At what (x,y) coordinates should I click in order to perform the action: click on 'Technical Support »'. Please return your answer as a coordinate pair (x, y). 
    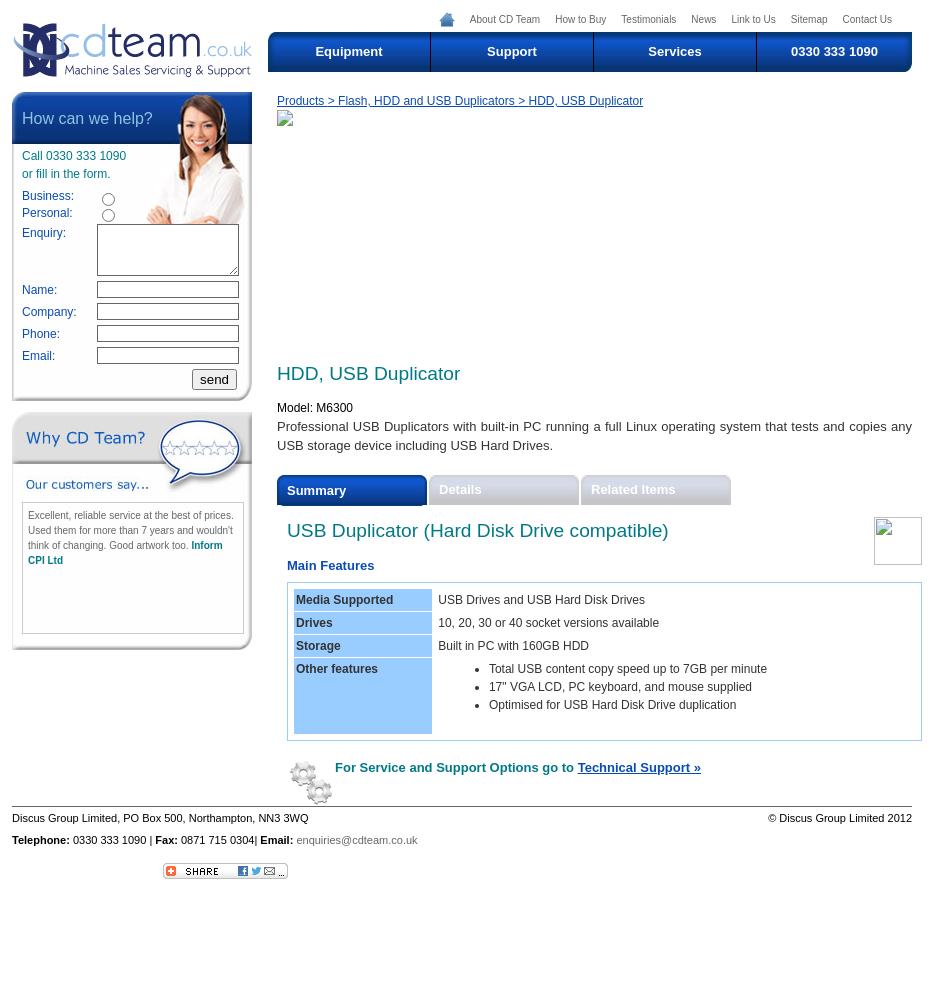
    Looking at the image, I should click on (637, 766).